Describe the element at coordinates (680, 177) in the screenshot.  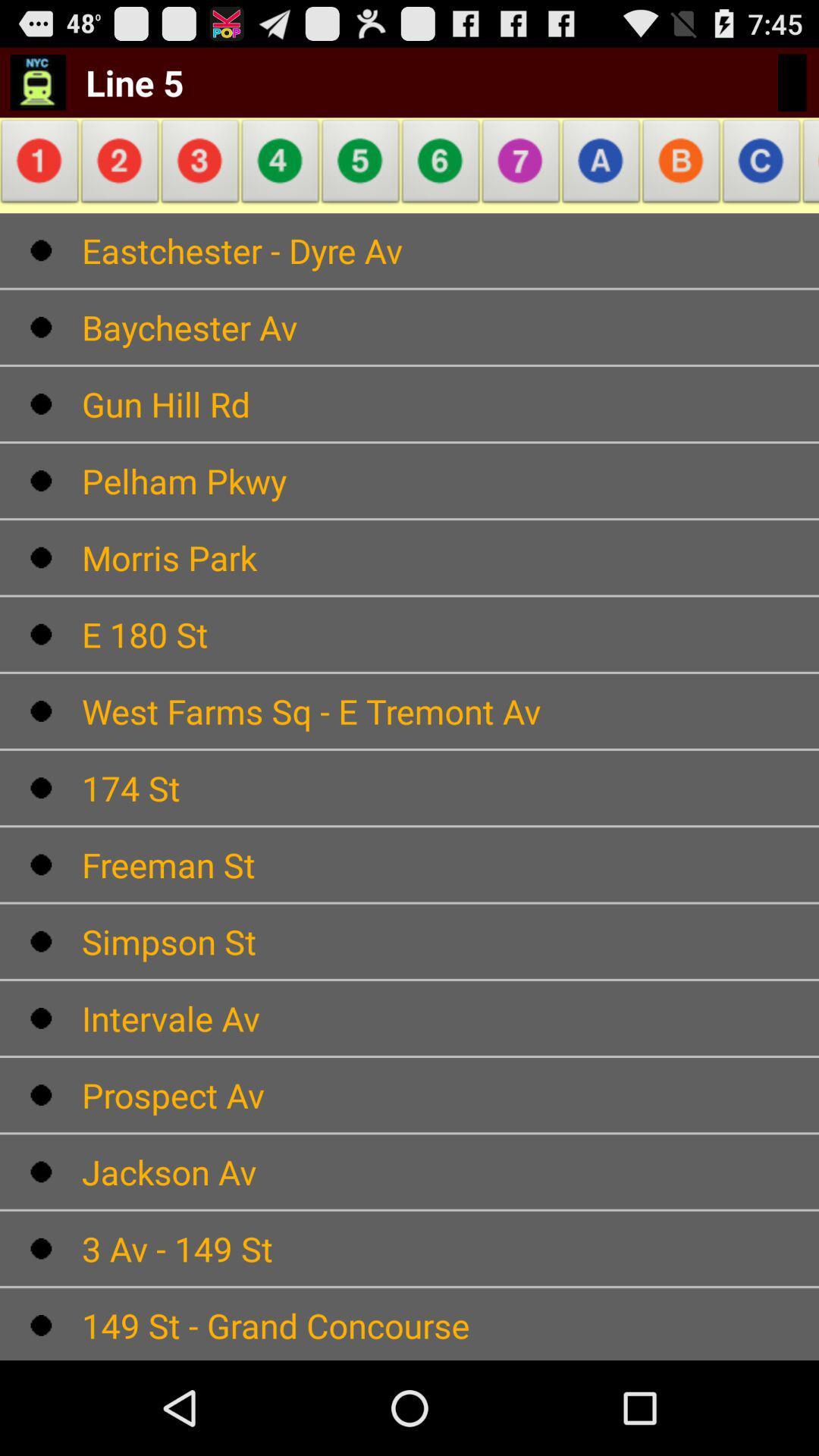
I see `the add icon` at that location.